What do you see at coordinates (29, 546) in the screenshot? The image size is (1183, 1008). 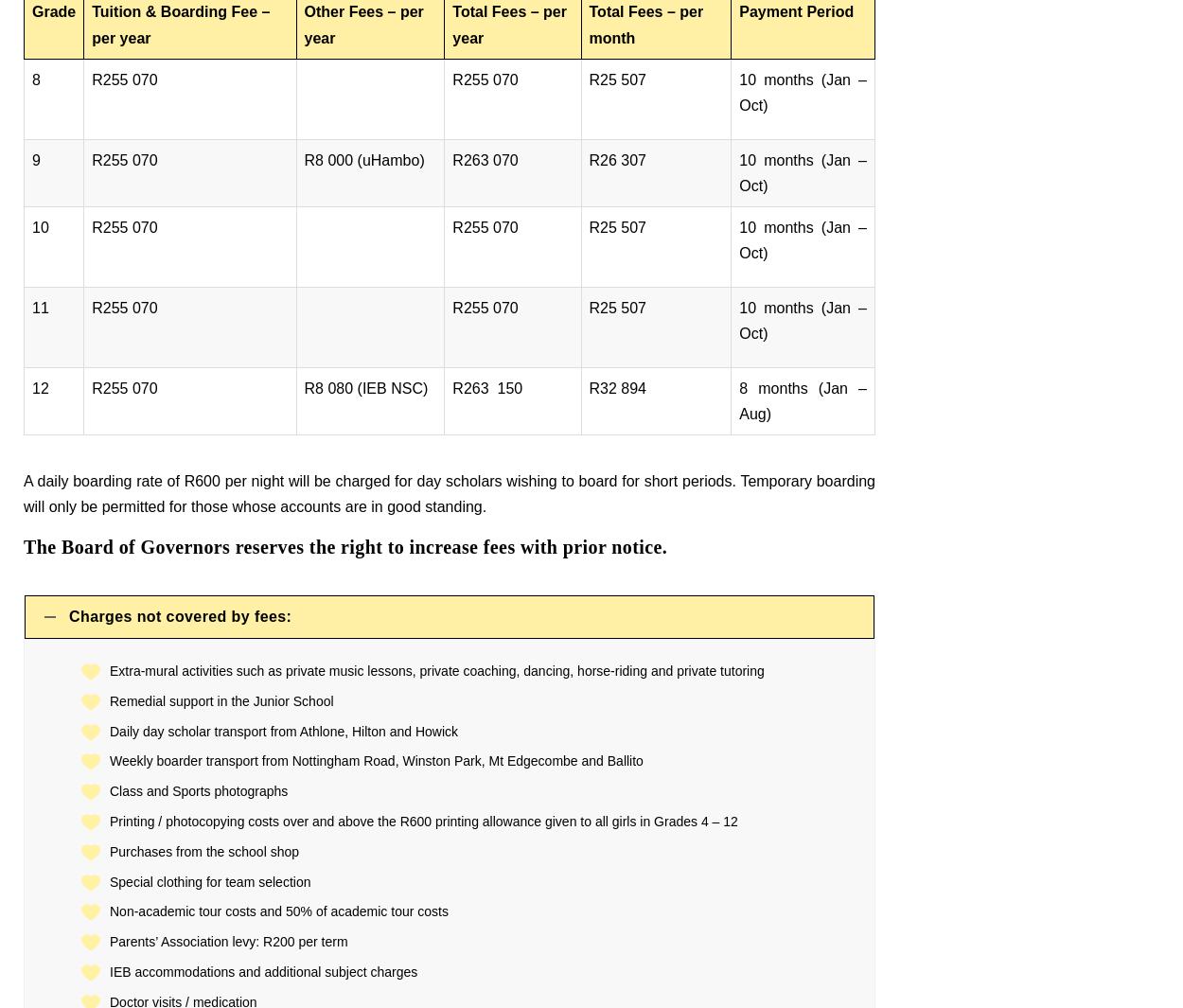 I see `'T'` at bounding box center [29, 546].